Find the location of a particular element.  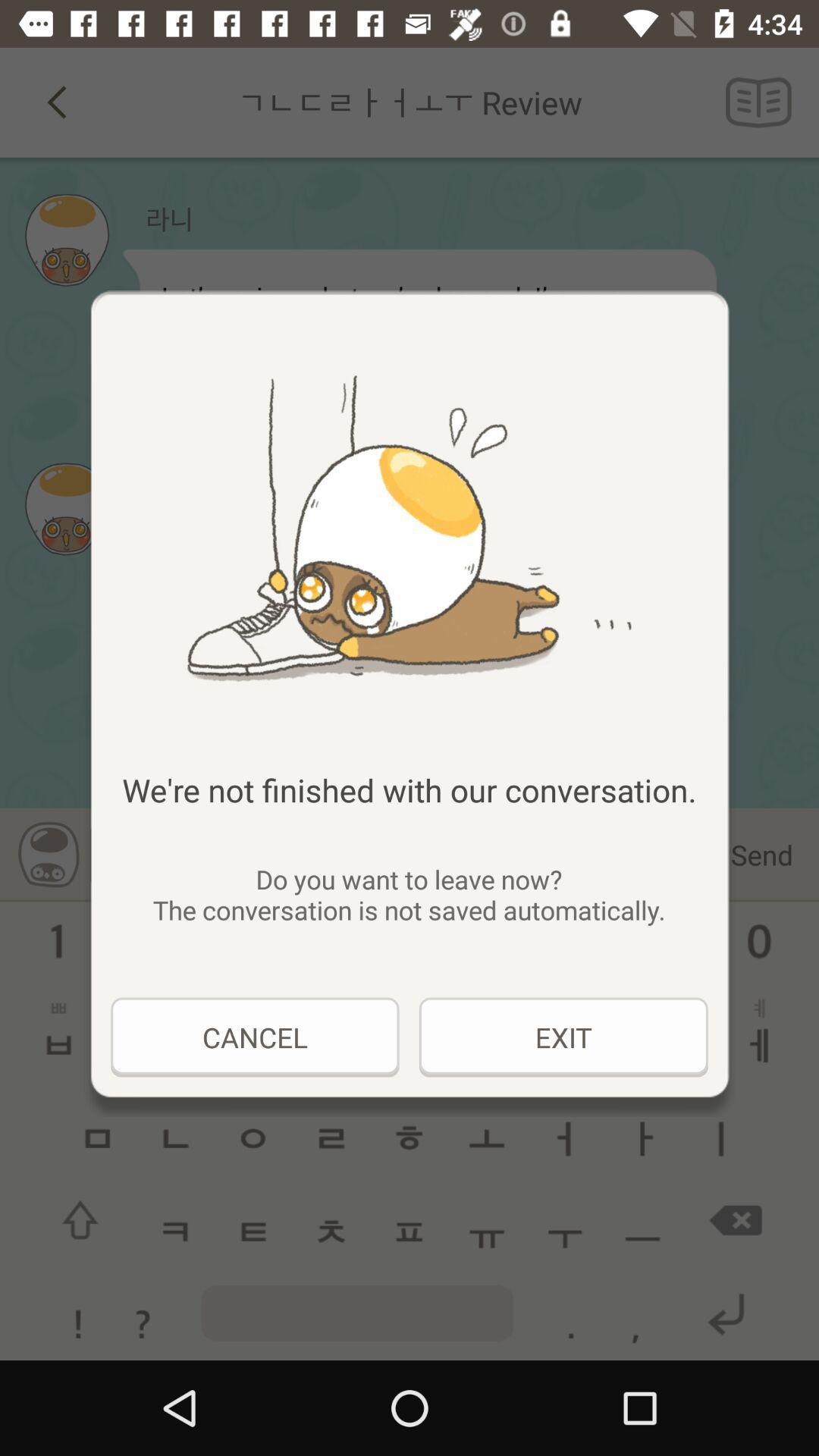

the exit item is located at coordinates (563, 1037).